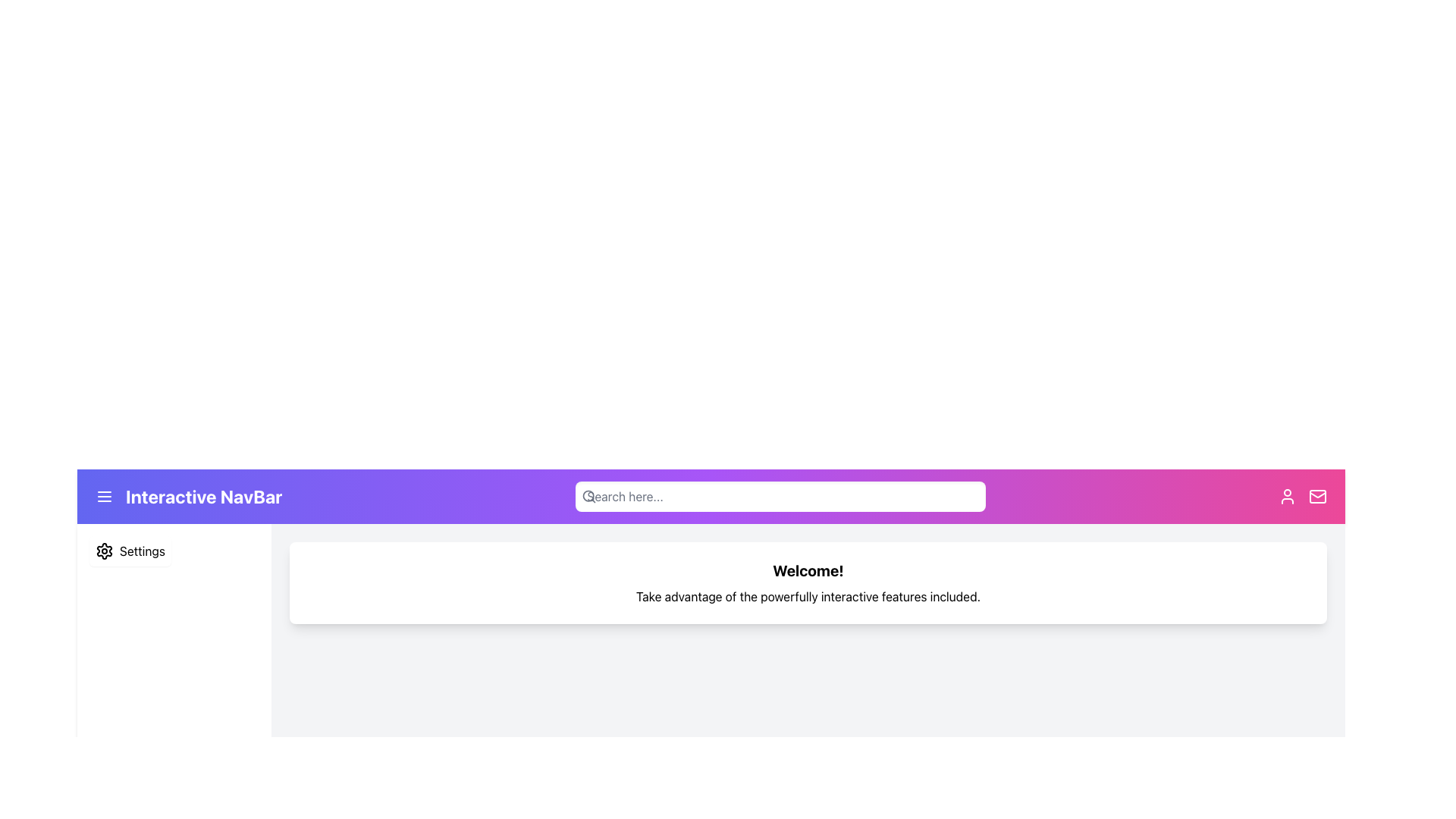 Image resolution: width=1456 pixels, height=819 pixels. Describe the element at coordinates (203, 497) in the screenshot. I see `the 'Interactive NavBar' text label located in the top navigation bar, which is styled with a bold font and a purple gradient background` at that location.